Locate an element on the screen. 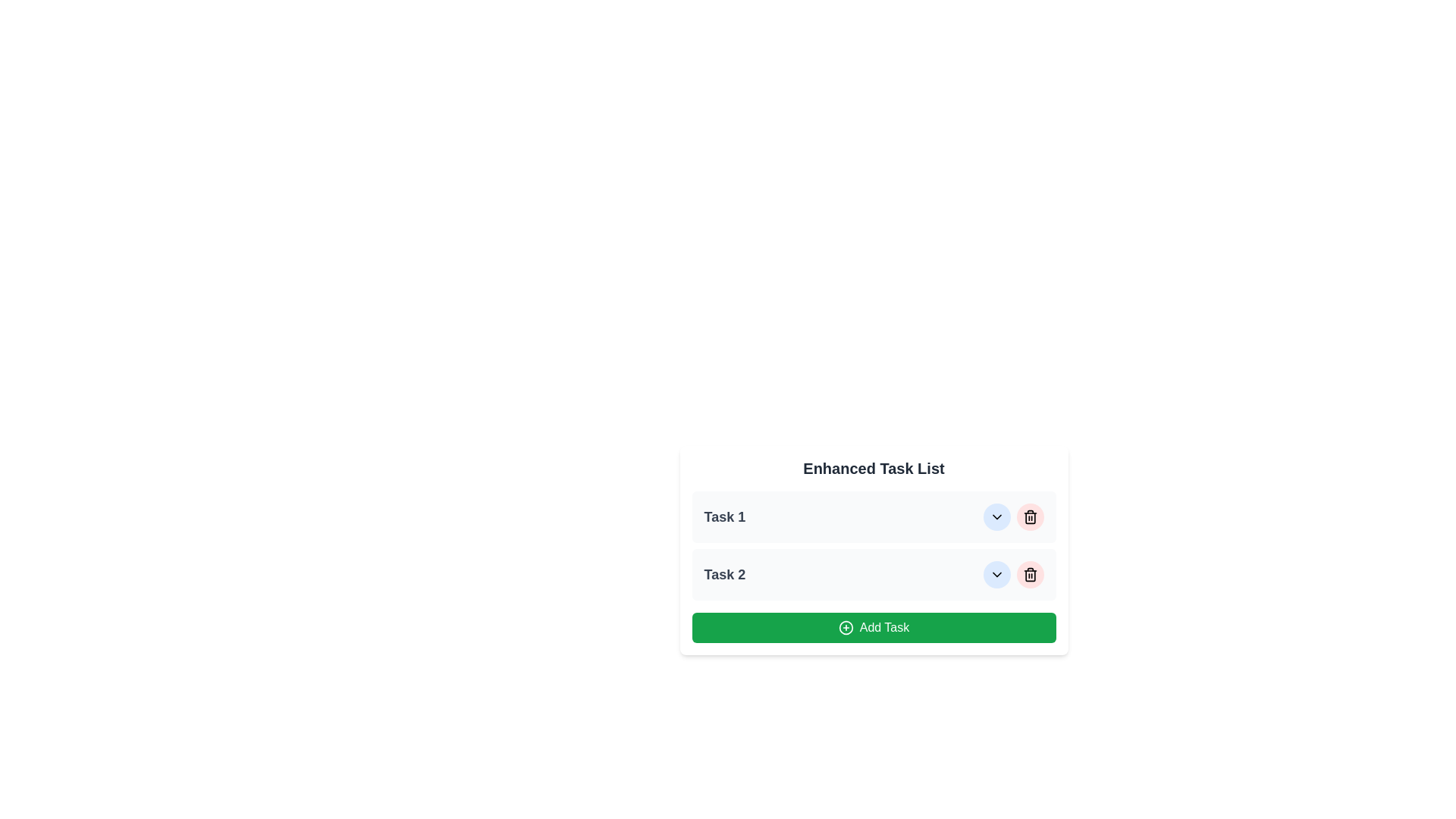 The height and width of the screenshot is (819, 1456). the toggle button located to the right of 'Task 2' and to the left of the 'Remove Item' button is located at coordinates (996, 516).